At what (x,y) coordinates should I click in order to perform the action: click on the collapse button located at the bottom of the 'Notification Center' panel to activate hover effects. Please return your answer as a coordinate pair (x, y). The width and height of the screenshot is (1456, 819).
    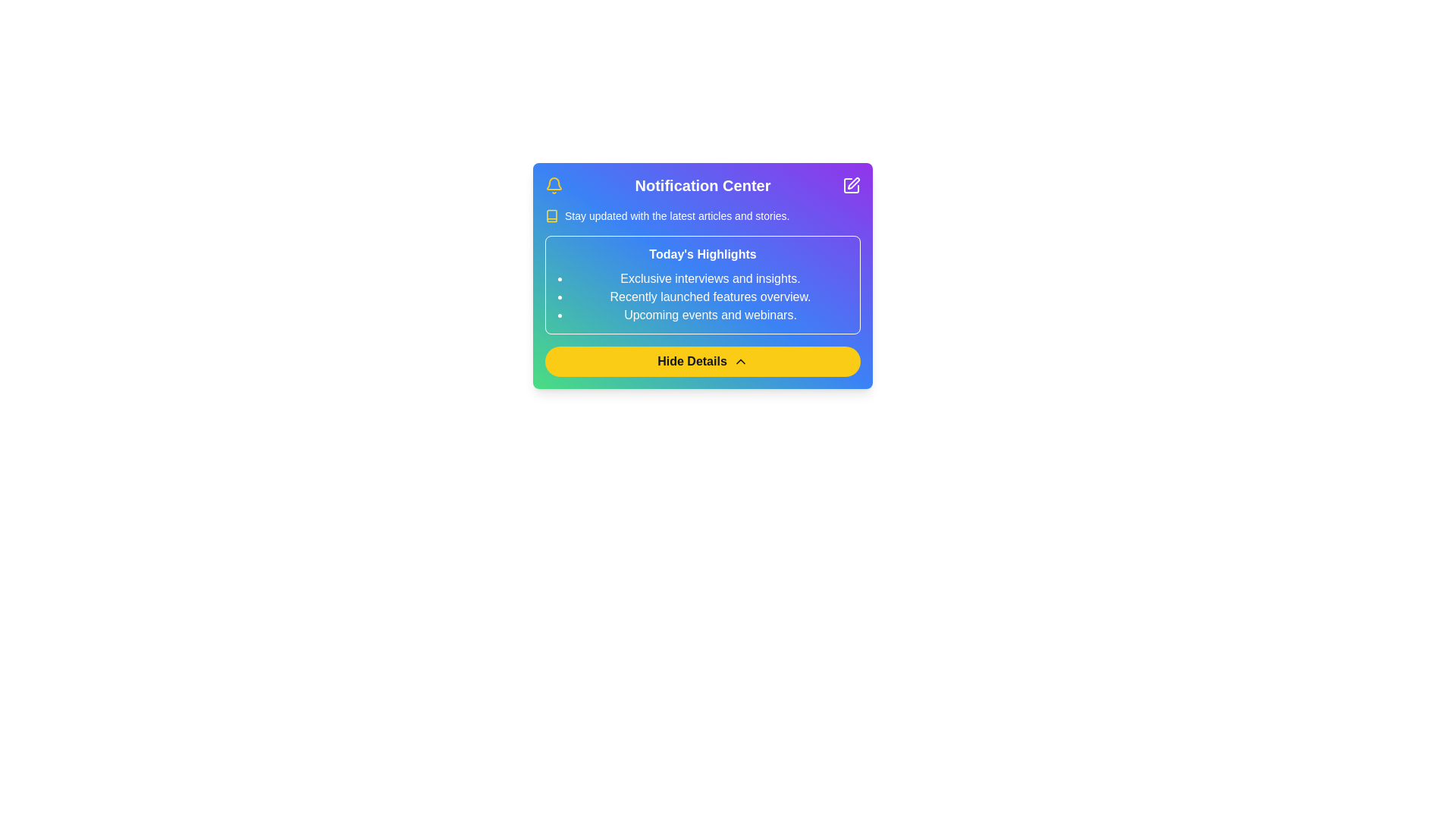
    Looking at the image, I should click on (701, 362).